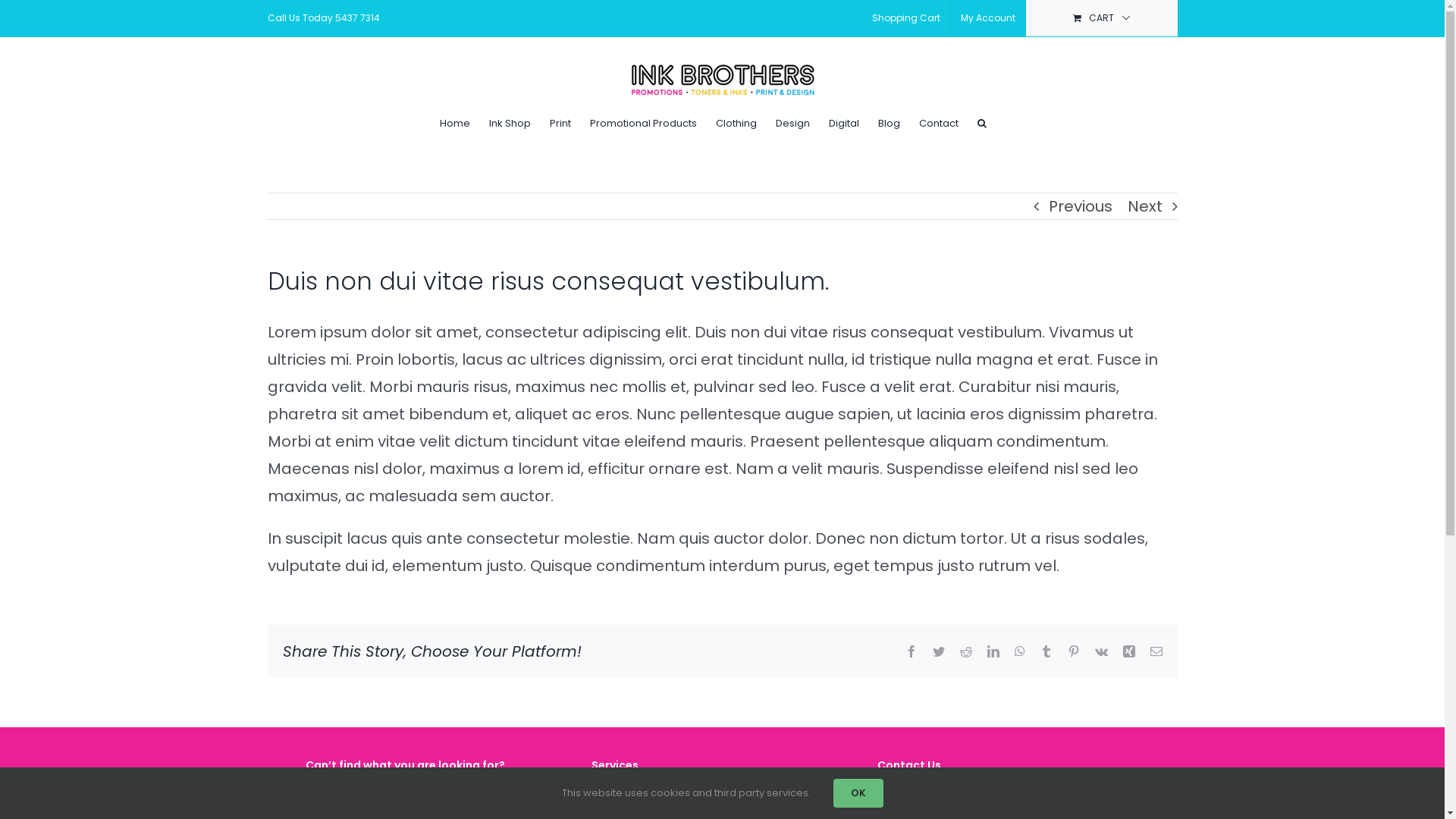 The image size is (1456, 819). What do you see at coordinates (938, 651) in the screenshot?
I see `'Twitter'` at bounding box center [938, 651].